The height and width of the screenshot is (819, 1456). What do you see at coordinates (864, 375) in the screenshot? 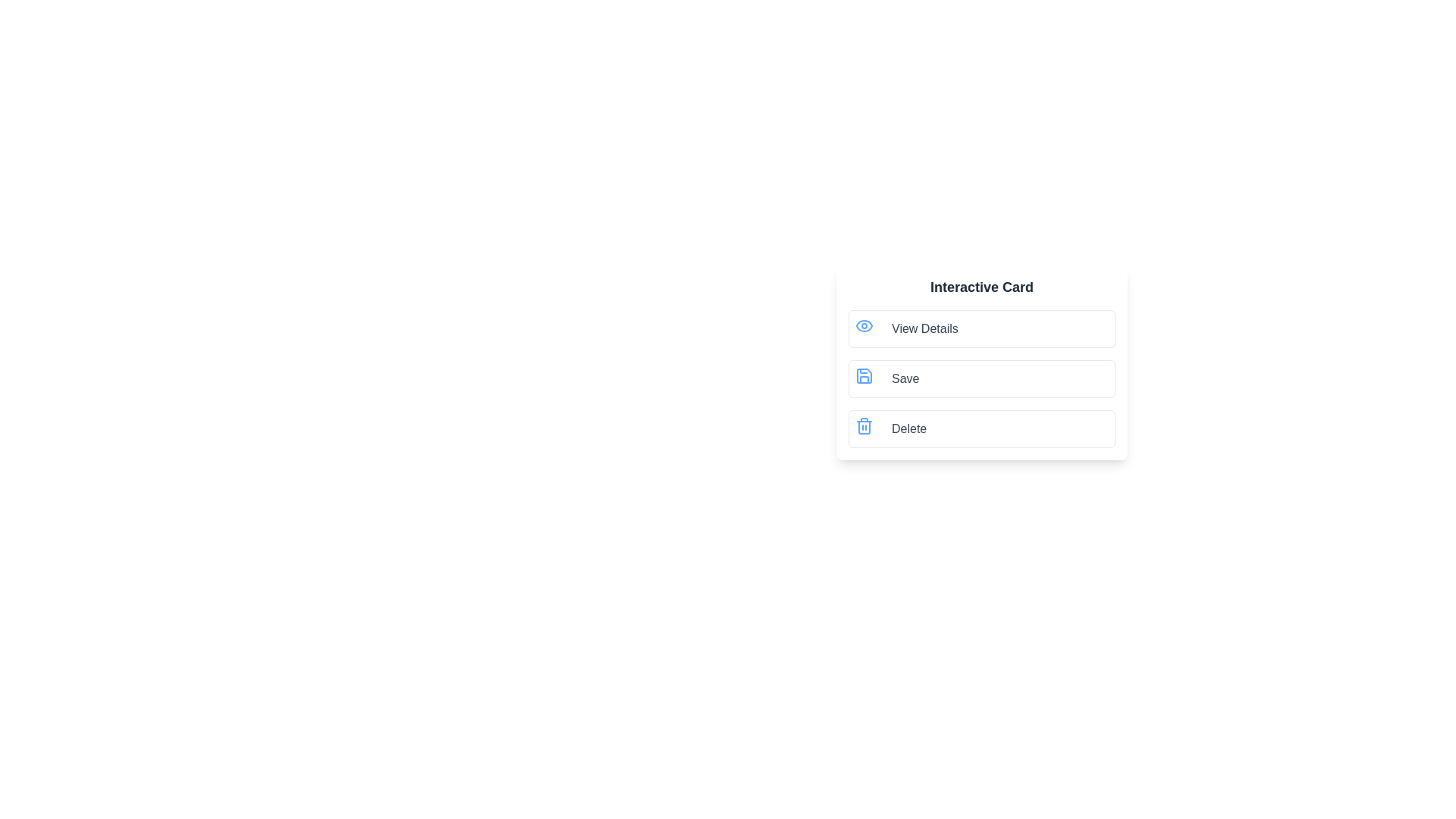
I see `the save icon located in the second position of a vertical list within the 'Interactive Card'` at bounding box center [864, 375].